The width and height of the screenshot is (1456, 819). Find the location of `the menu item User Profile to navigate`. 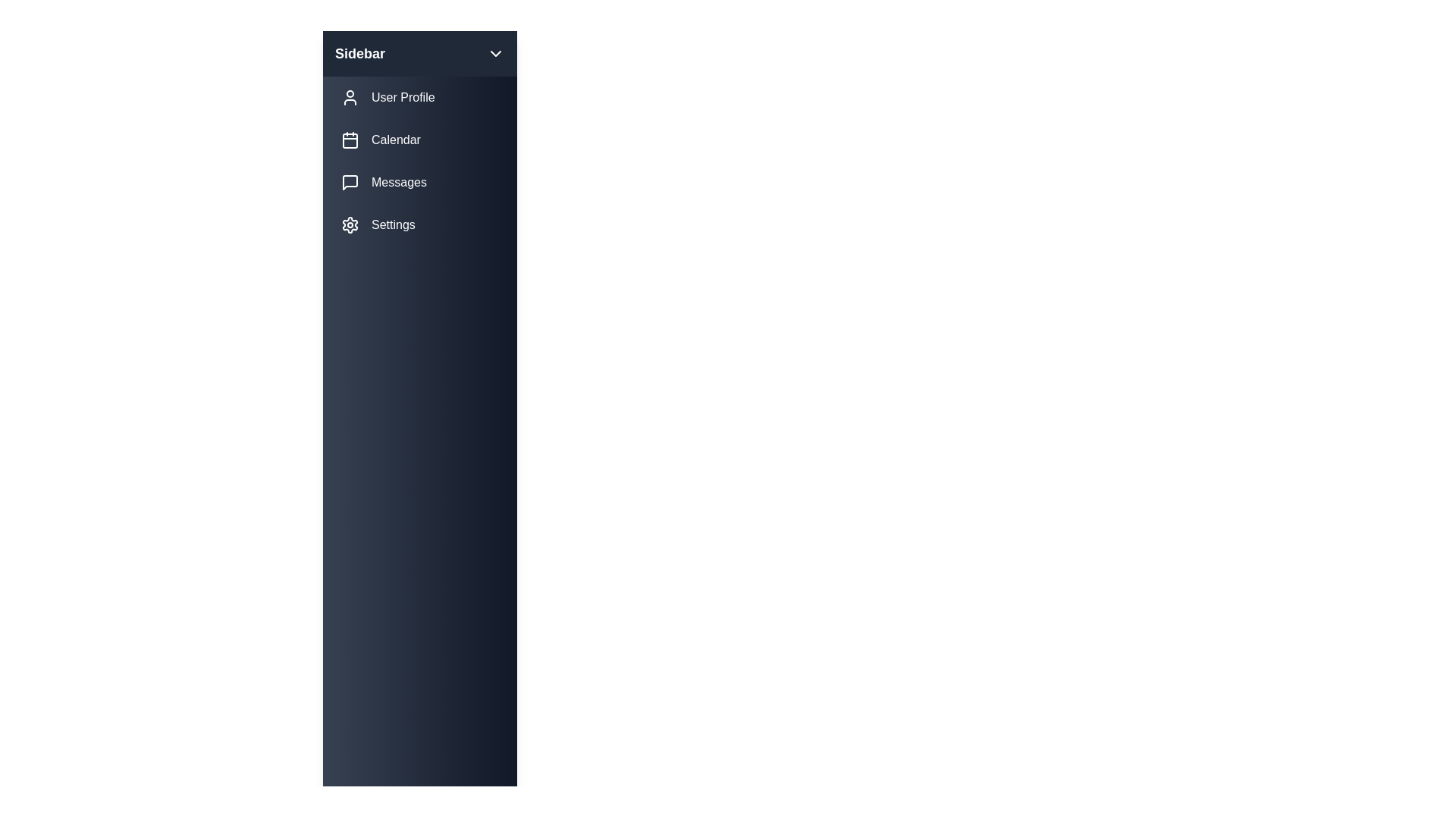

the menu item User Profile to navigate is located at coordinates (419, 97).